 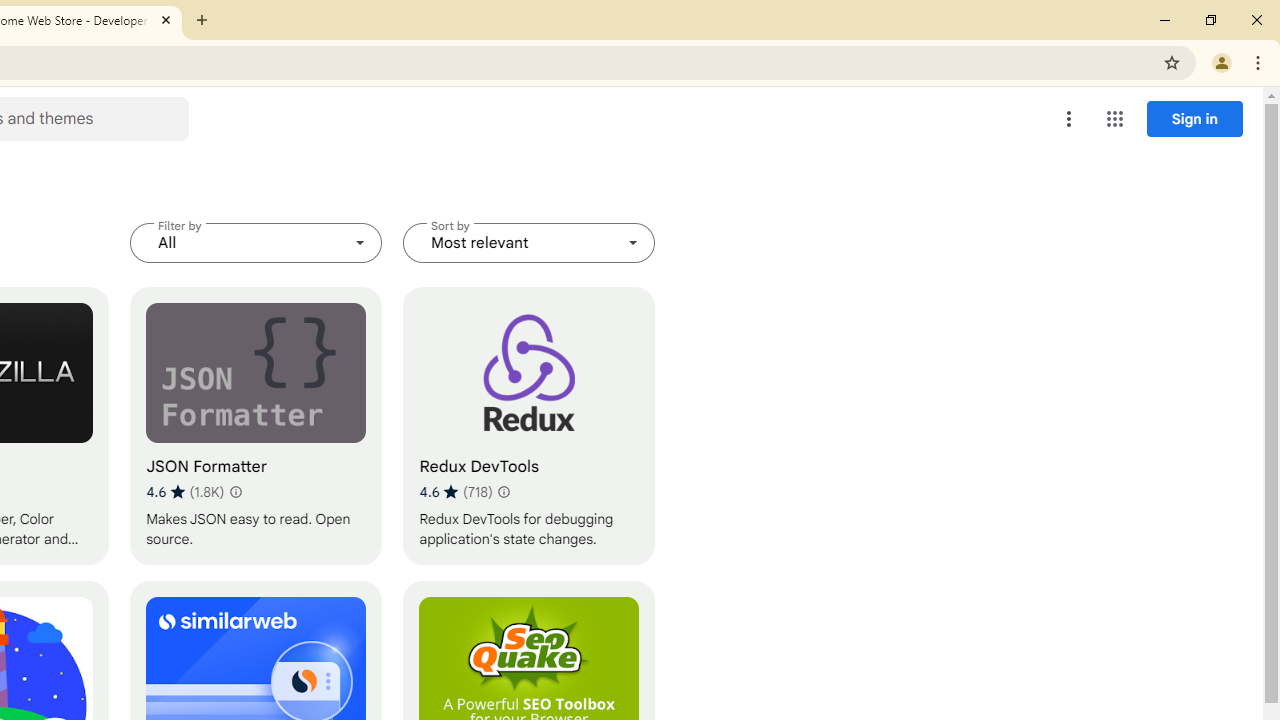 I want to click on 'JSON Formatter', so click(x=255, y=425).